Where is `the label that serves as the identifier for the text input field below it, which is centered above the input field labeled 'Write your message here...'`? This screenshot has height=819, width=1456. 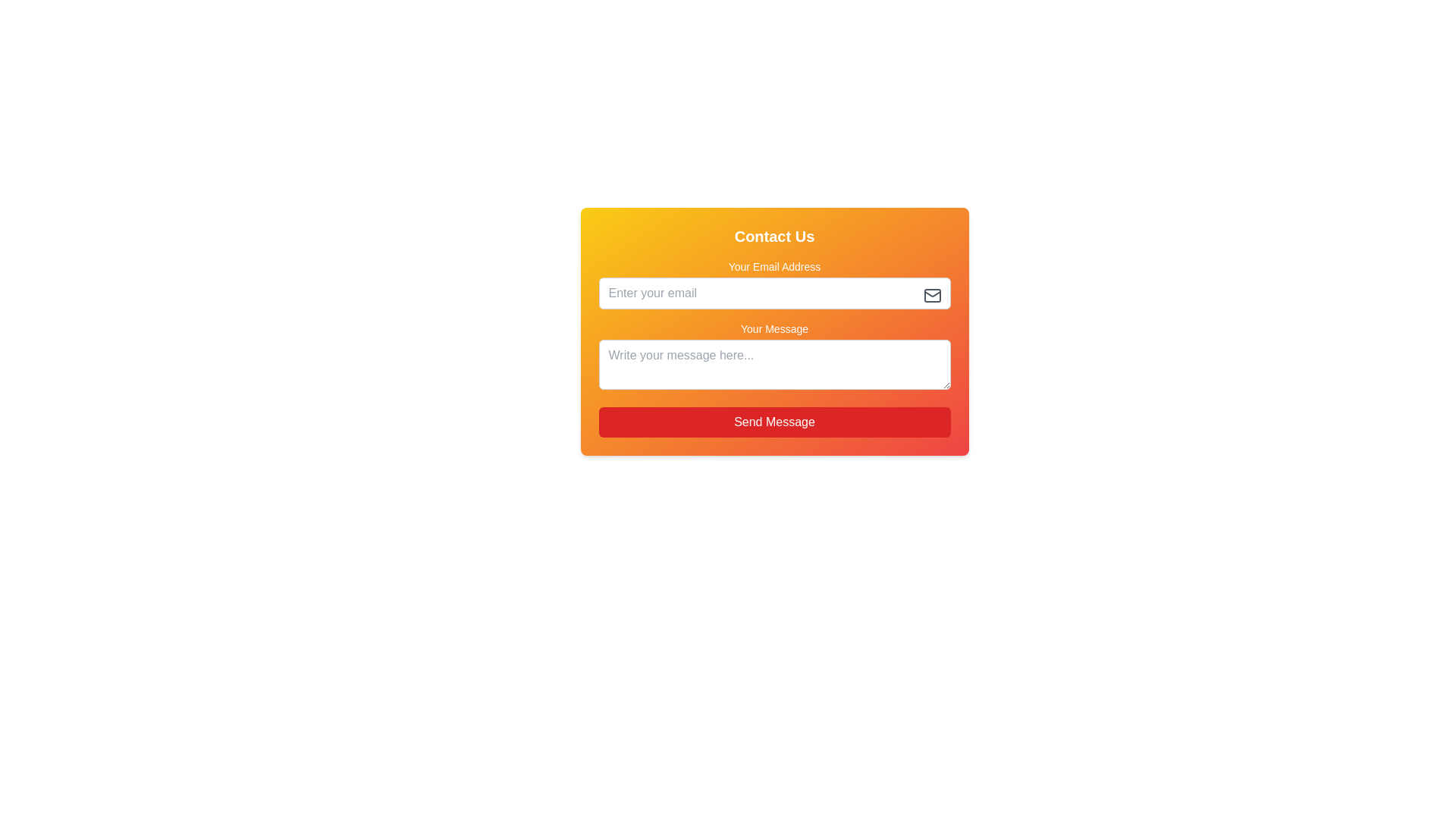
the label that serves as the identifier for the text input field below it, which is centered above the input field labeled 'Write your message here...' is located at coordinates (774, 328).